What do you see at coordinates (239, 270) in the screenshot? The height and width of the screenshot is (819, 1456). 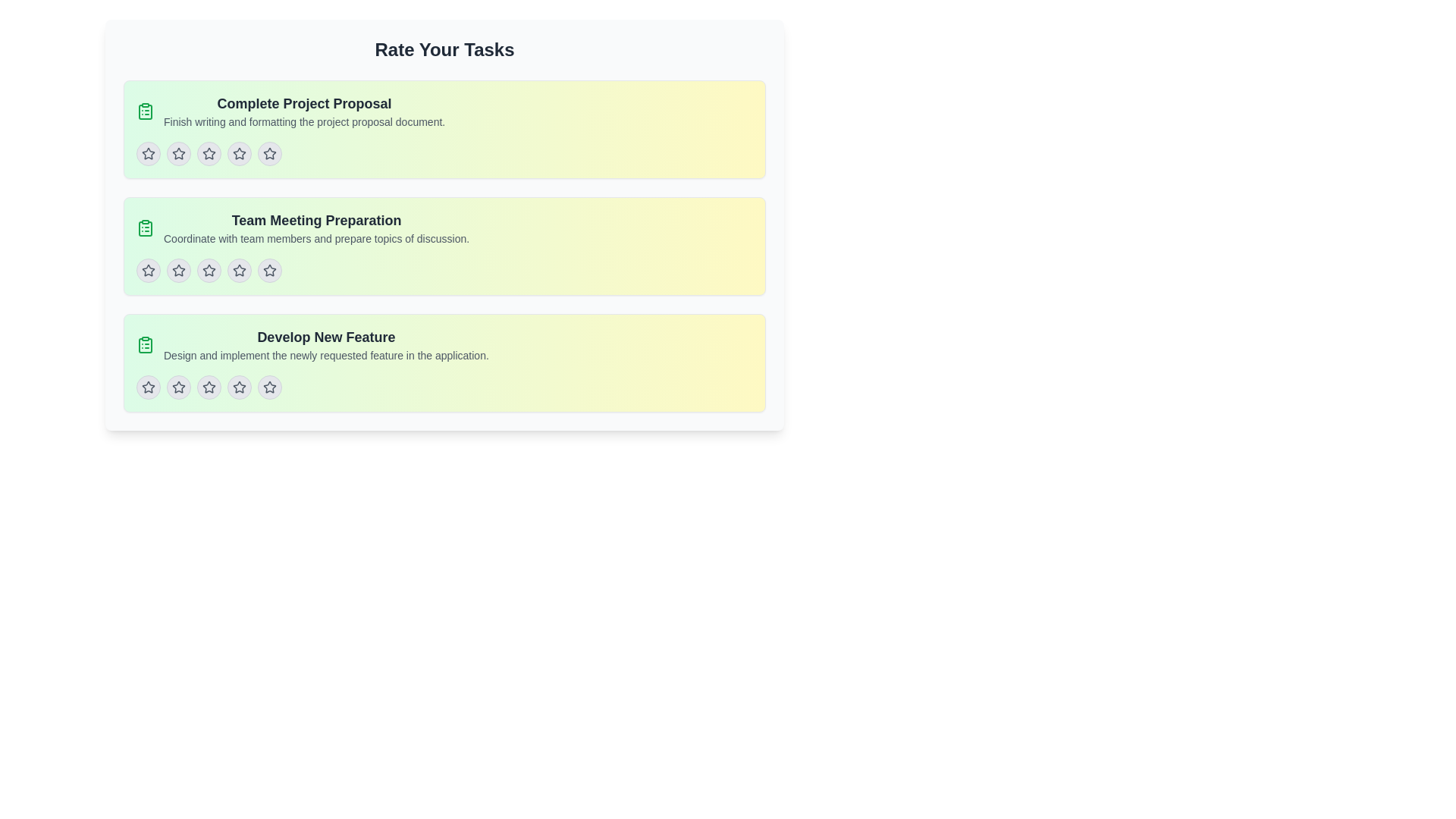 I see `the third star icon in the rating system for 'Team Meeting Preparation'` at bounding box center [239, 270].